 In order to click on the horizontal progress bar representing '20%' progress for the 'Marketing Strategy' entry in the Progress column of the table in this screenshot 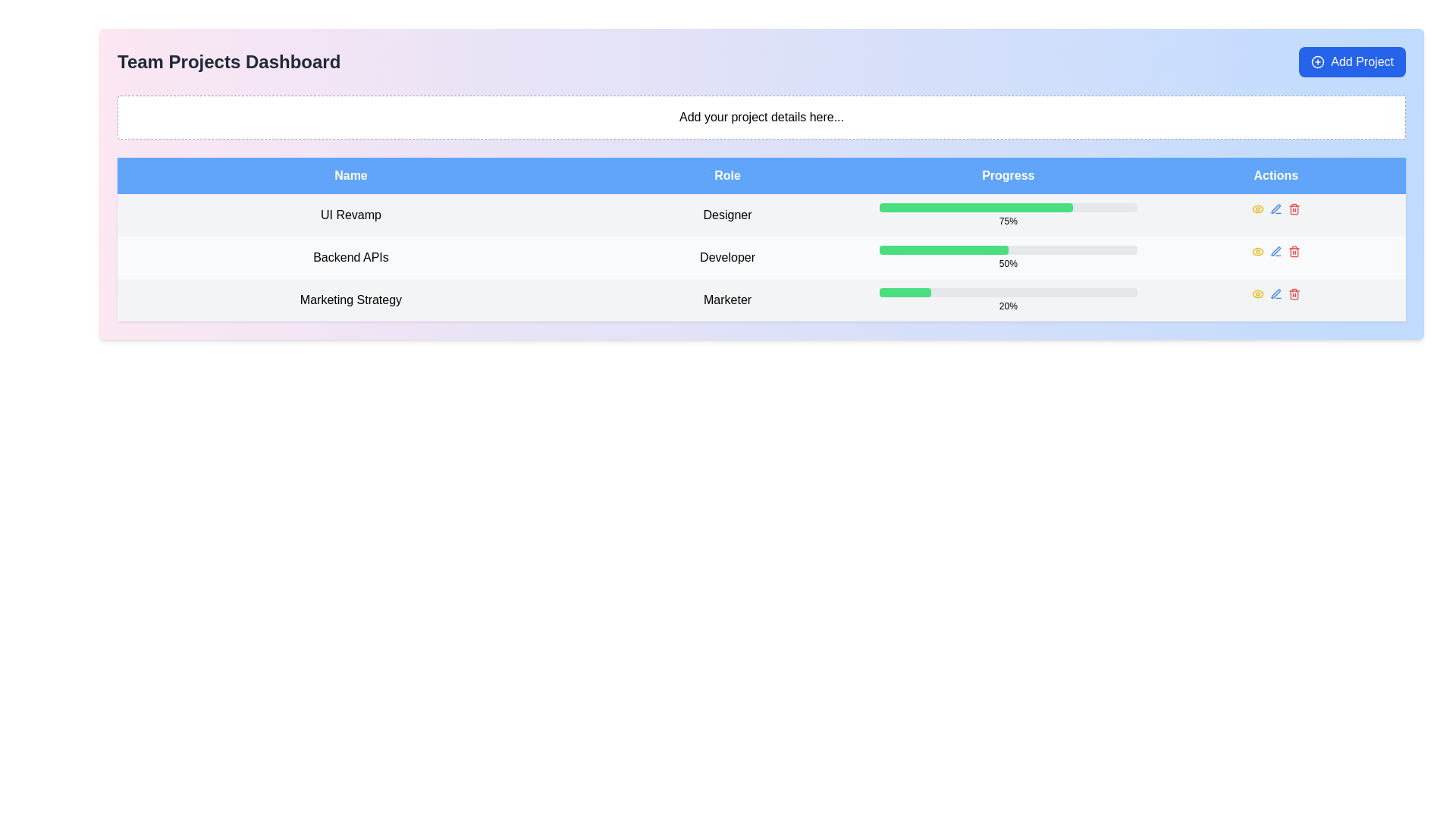, I will do `click(1008, 292)`.